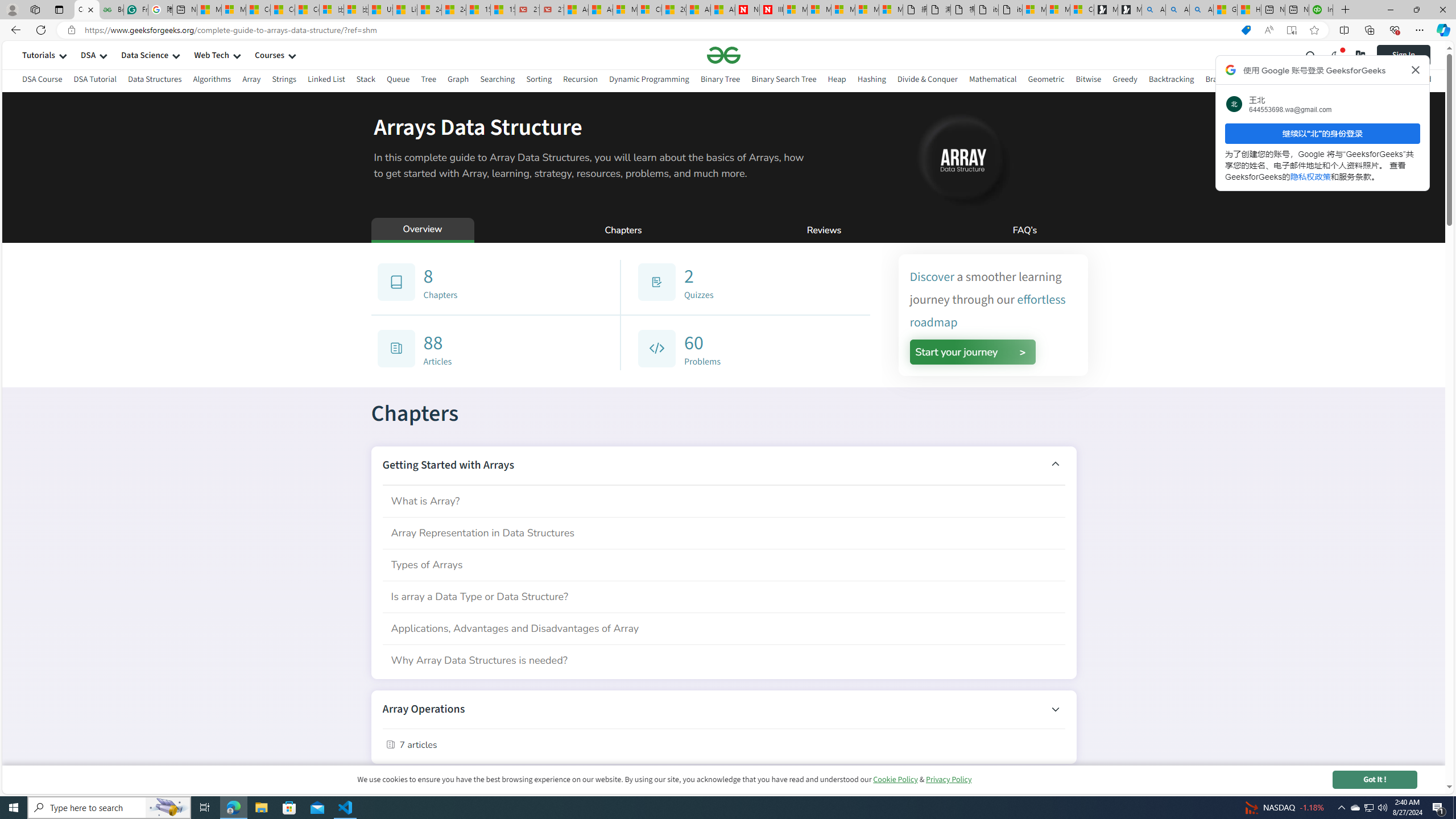  What do you see at coordinates (94, 80) in the screenshot?
I see `'DSA Tutorial'` at bounding box center [94, 80].